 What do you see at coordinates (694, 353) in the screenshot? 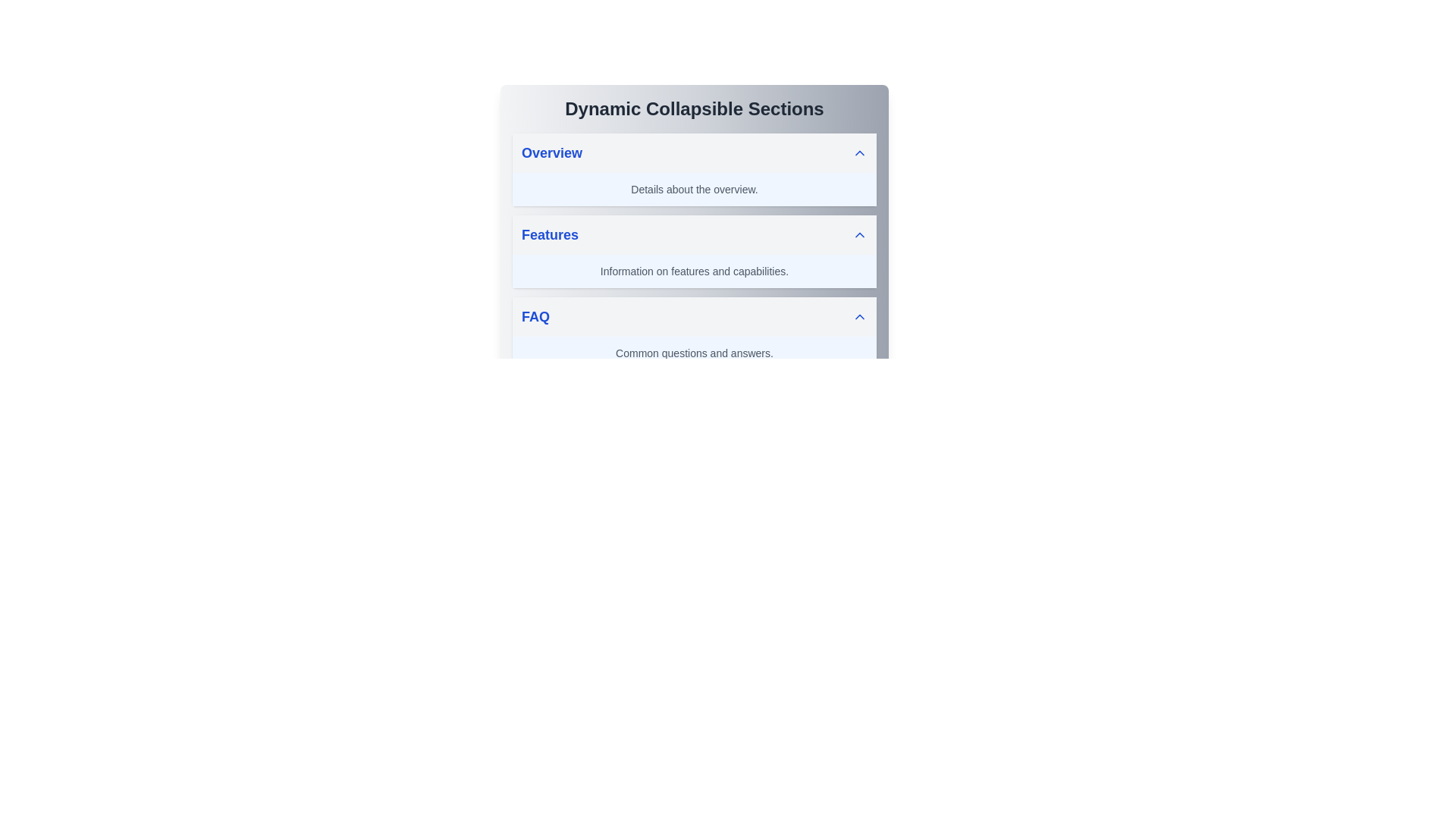
I see `the Text block that provides additional information in the FAQ section, located below the 'FAQ' header` at bounding box center [694, 353].